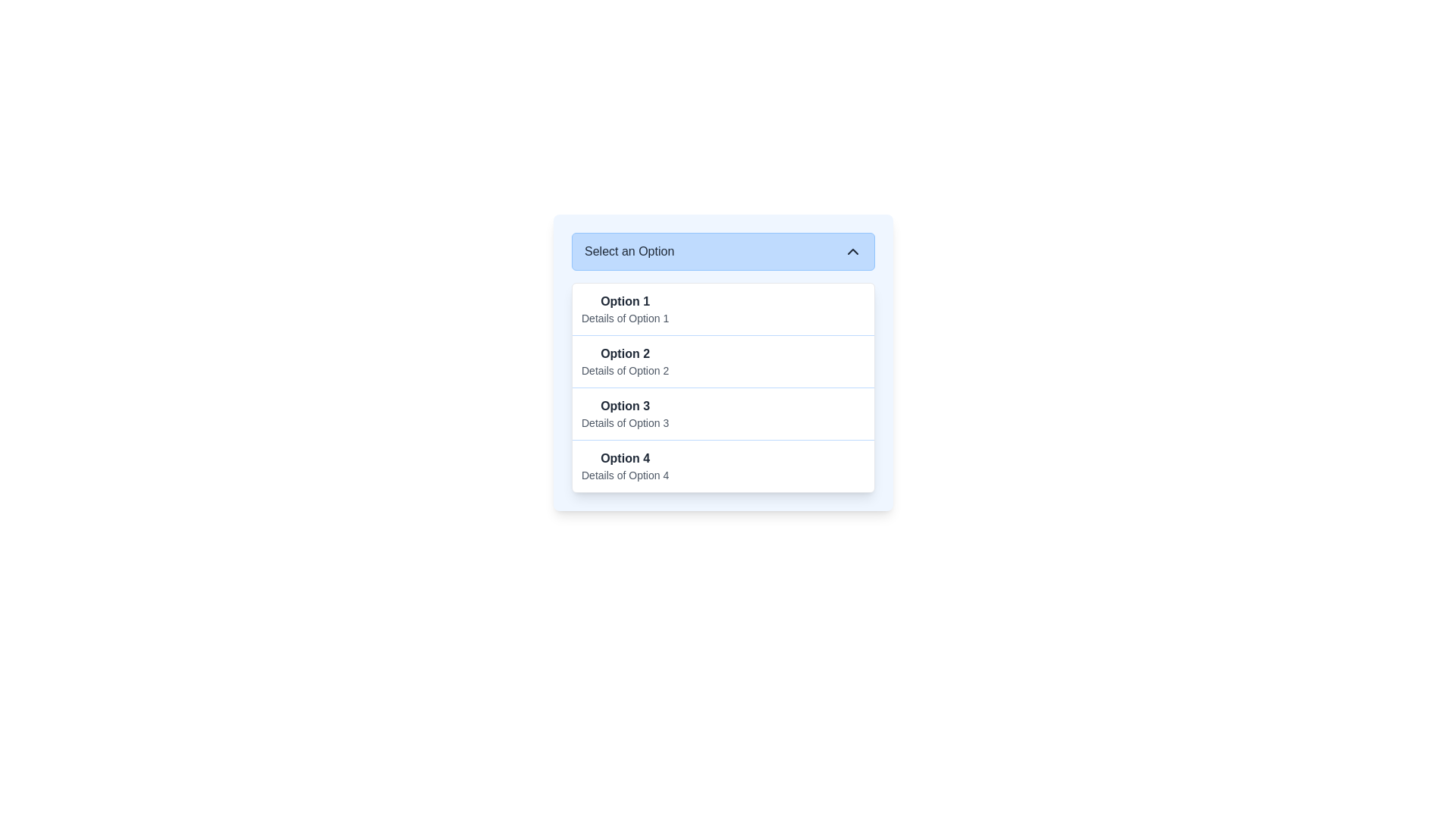 This screenshot has width=1456, height=819. I want to click on the Text label that indicates the current selection in the dropdown menu, located at the top of the dropdown header, so click(629, 250).